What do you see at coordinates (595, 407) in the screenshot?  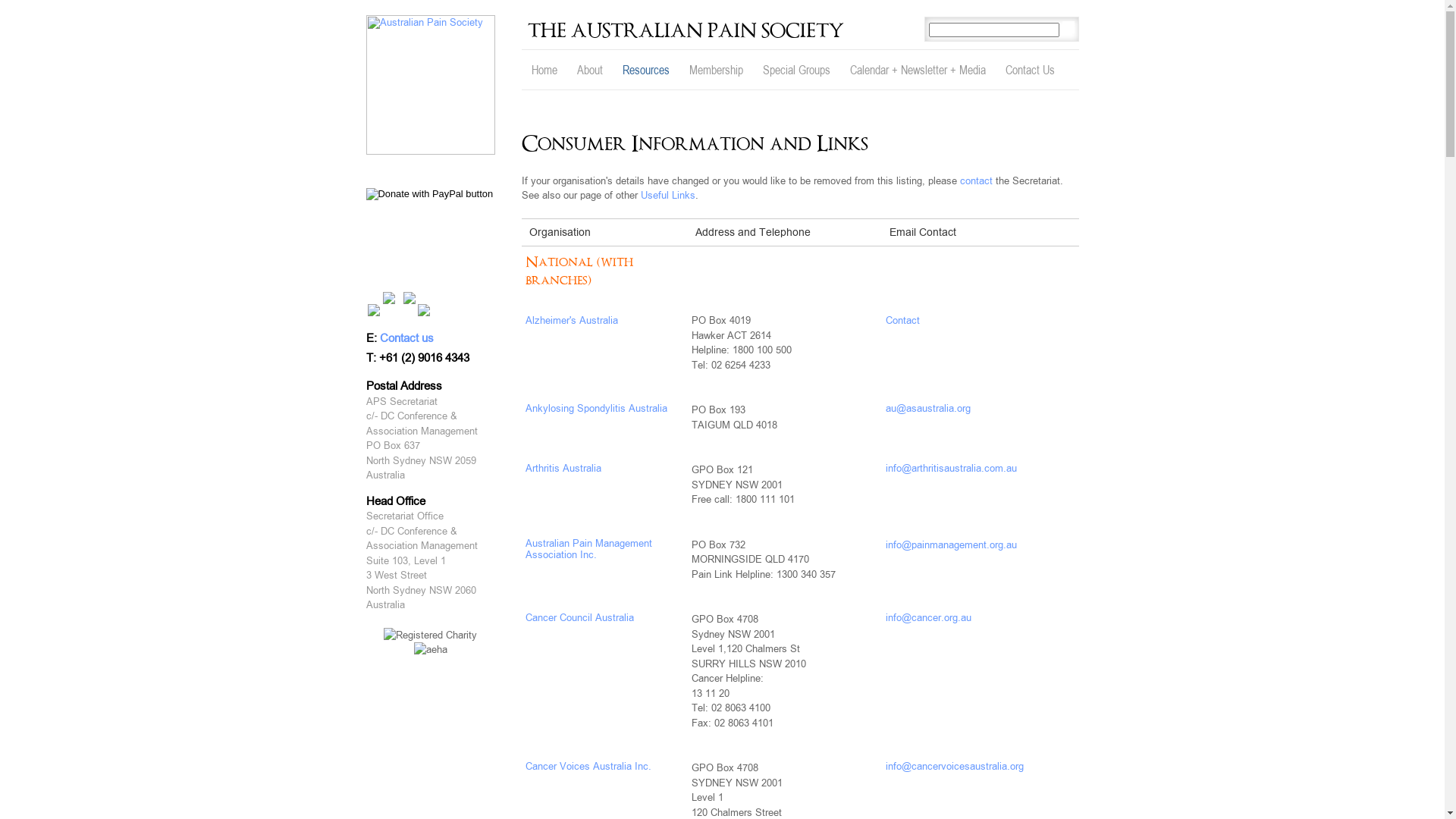 I see `'Ankylosing Spondylitis Australia'` at bounding box center [595, 407].